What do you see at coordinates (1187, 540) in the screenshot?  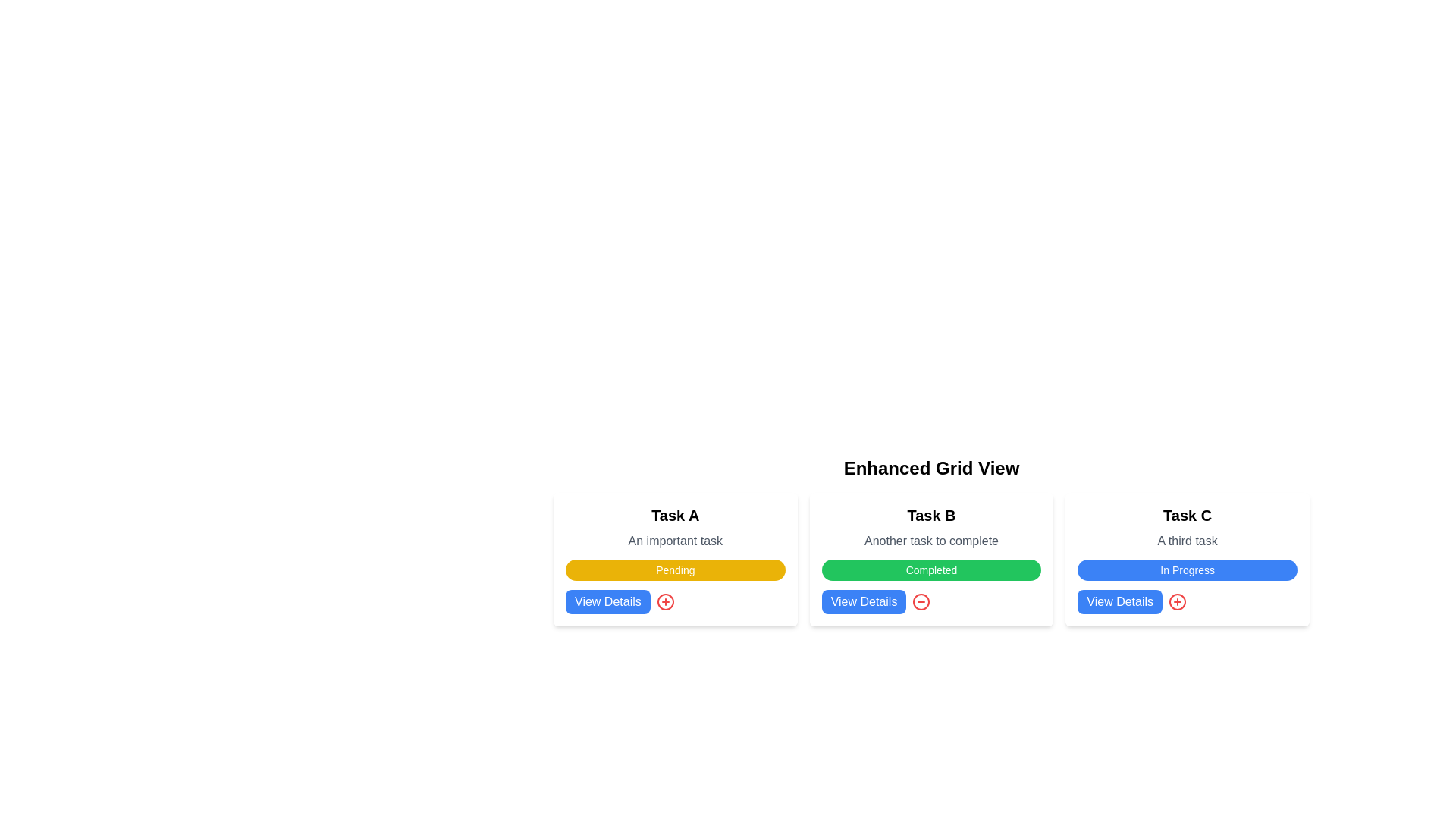 I see `the static text label providing information about 'Task C', which is positioned below the title 'Task C' and above the badge labeled 'In Progress'` at bounding box center [1187, 540].